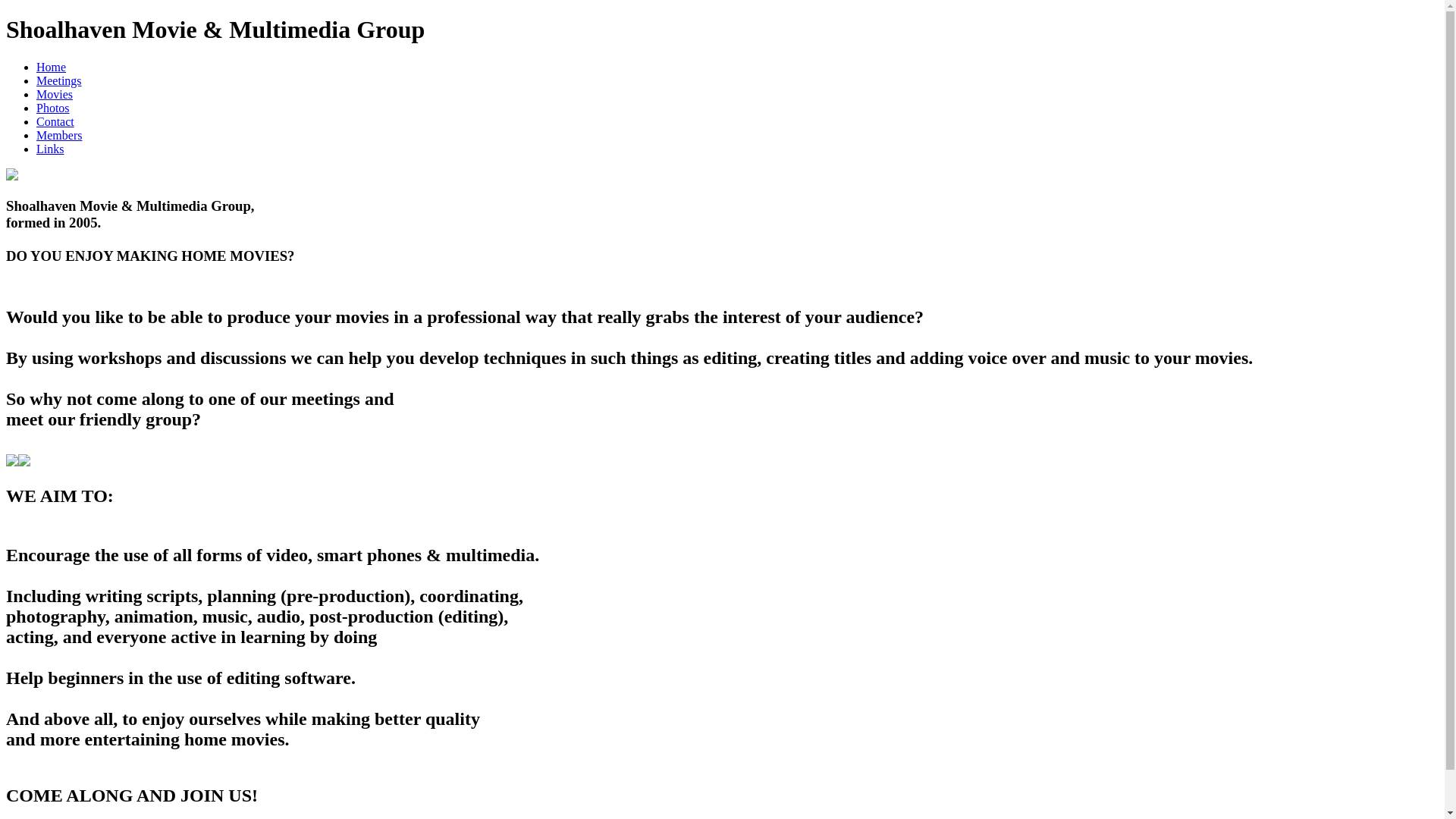  Describe the element at coordinates (50, 149) in the screenshot. I see `'Links'` at that location.